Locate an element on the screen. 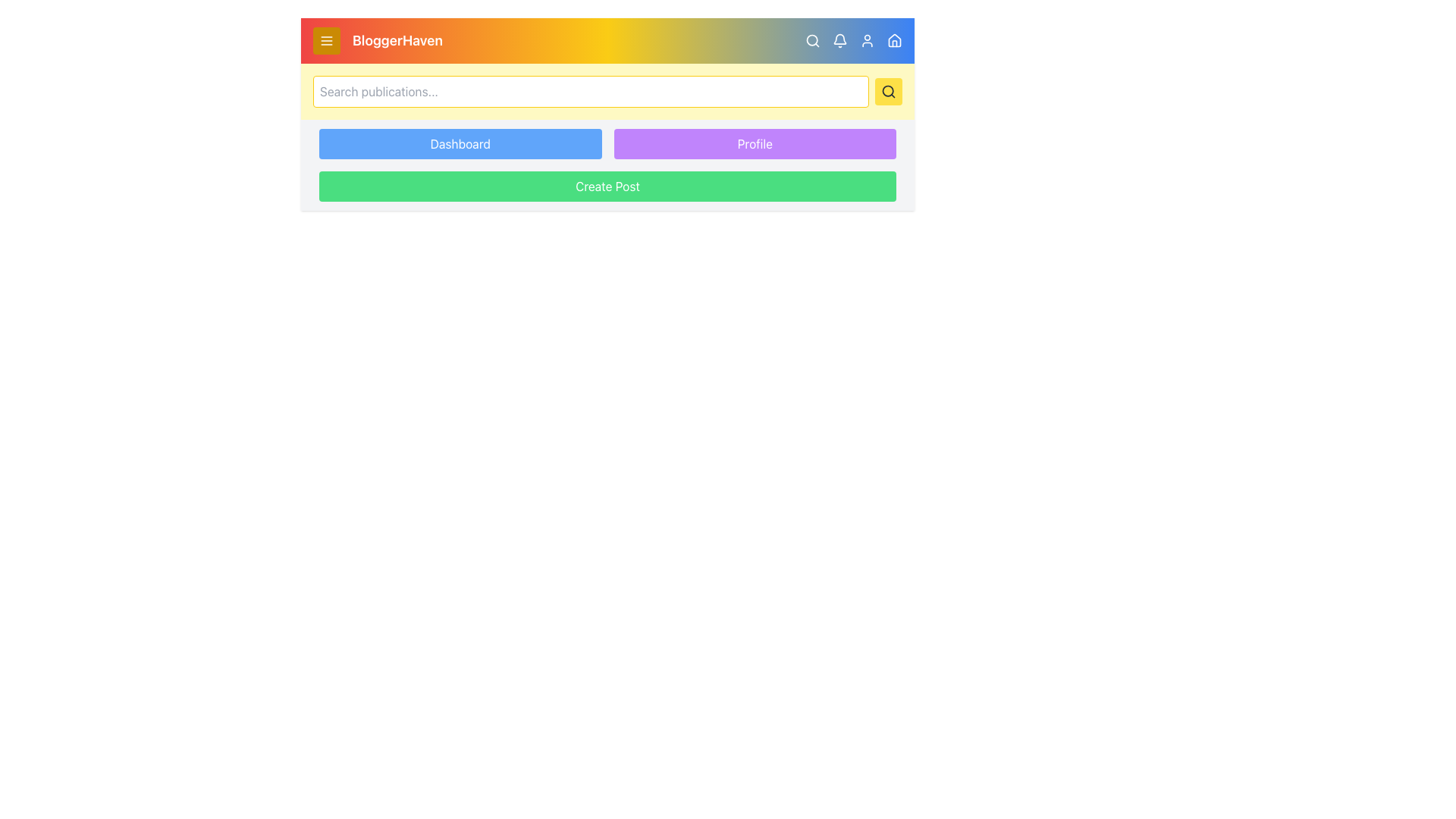  the 'Create New Post' button located beneath the 'Dashboard' and 'Profile' buttons to initiate the post creation interface is located at coordinates (607, 186).